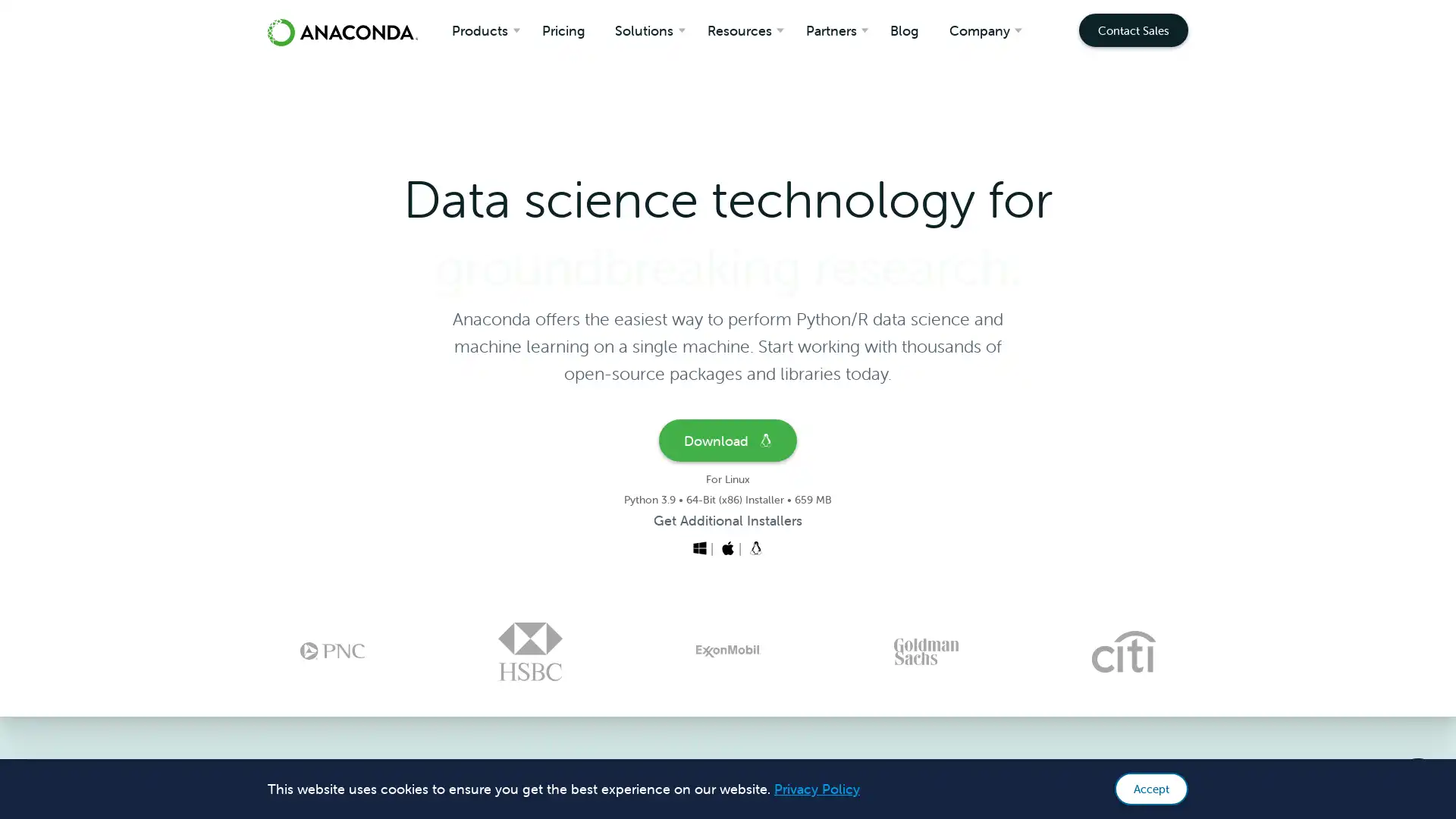 The image size is (1456, 819). What do you see at coordinates (816, 787) in the screenshot?
I see `learn more about cookies` at bounding box center [816, 787].